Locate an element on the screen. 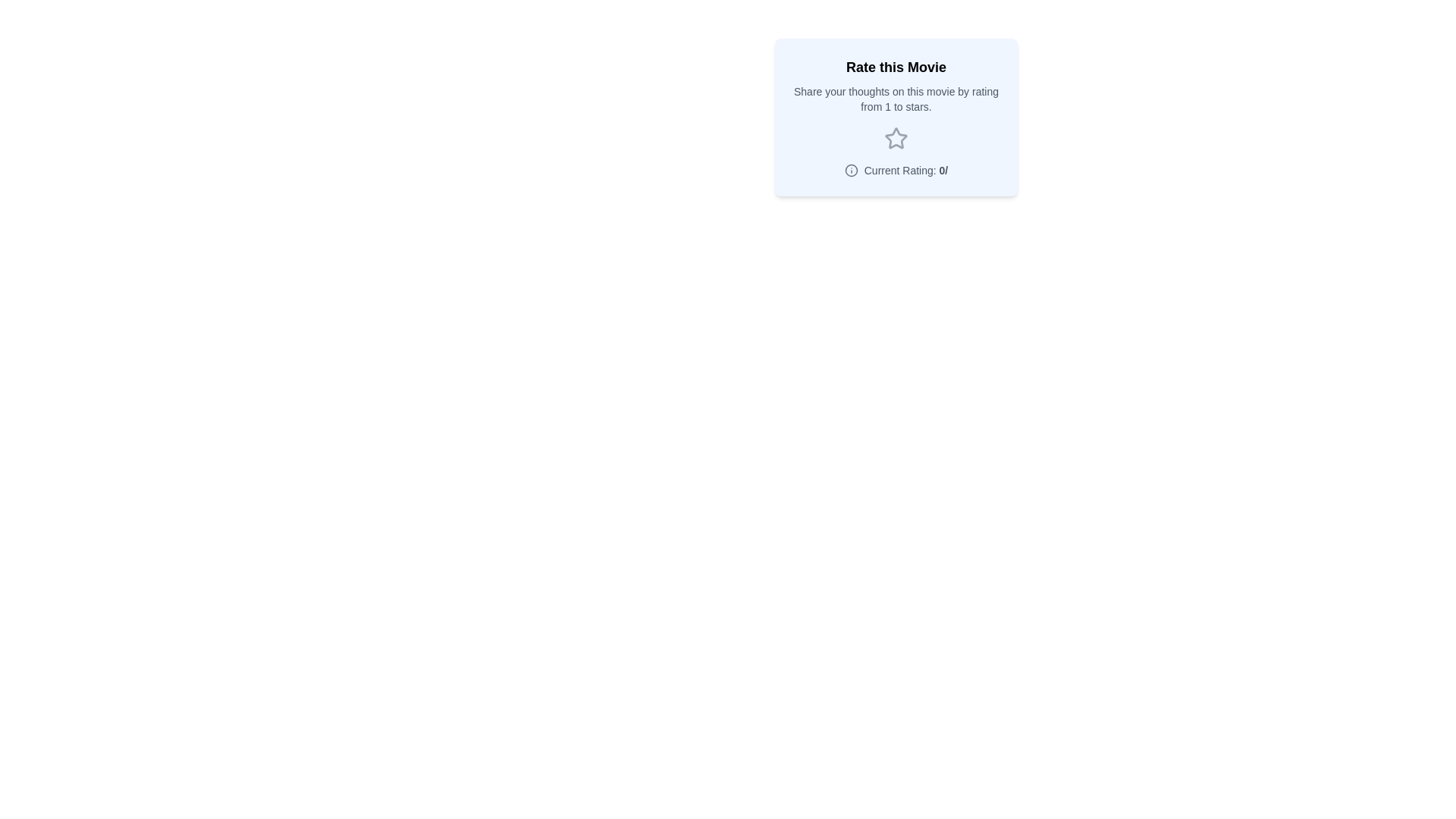 The height and width of the screenshot is (819, 1456). the 'Current Rating: 0/' label with an information icon, located within the 'Rate this Movie' card layout is located at coordinates (896, 170).